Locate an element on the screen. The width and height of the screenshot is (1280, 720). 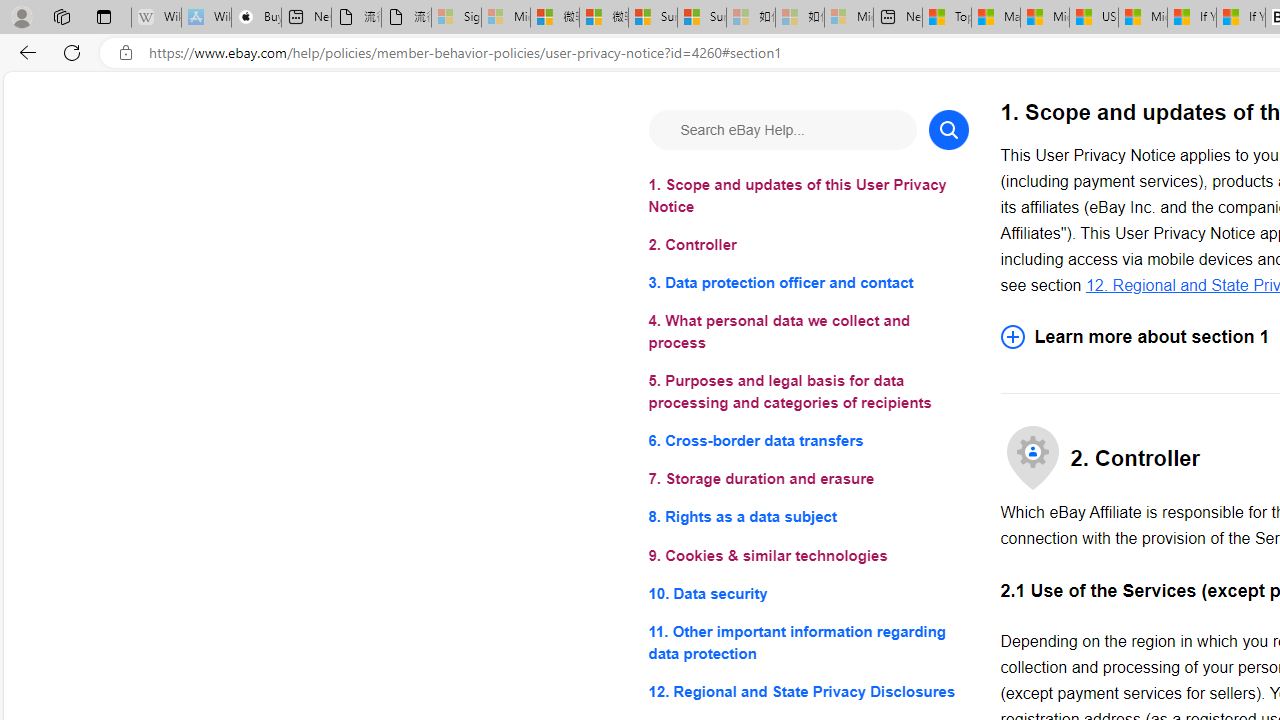
'Sign in to your Microsoft account - Sleeping' is located at coordinates (455, 17).